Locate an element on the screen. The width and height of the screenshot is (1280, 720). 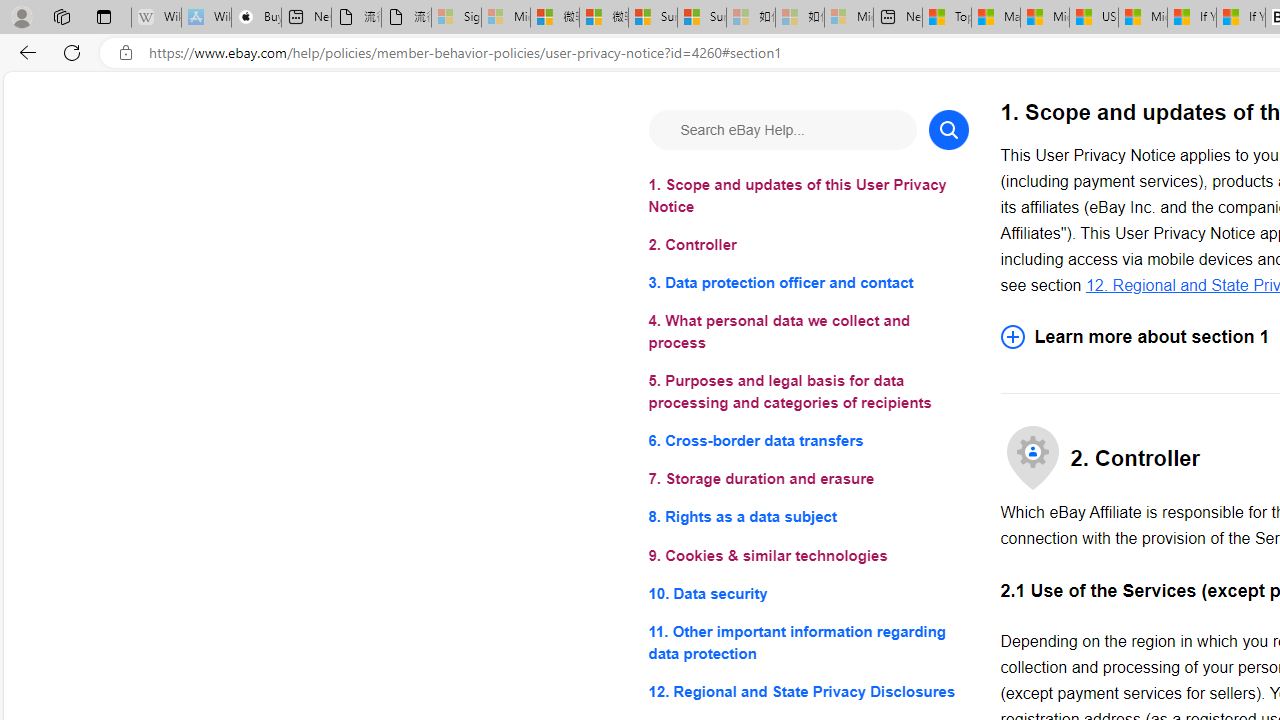
'Sign in to your Microsoft account - Sleeping' is located at coordinates (455, 17).